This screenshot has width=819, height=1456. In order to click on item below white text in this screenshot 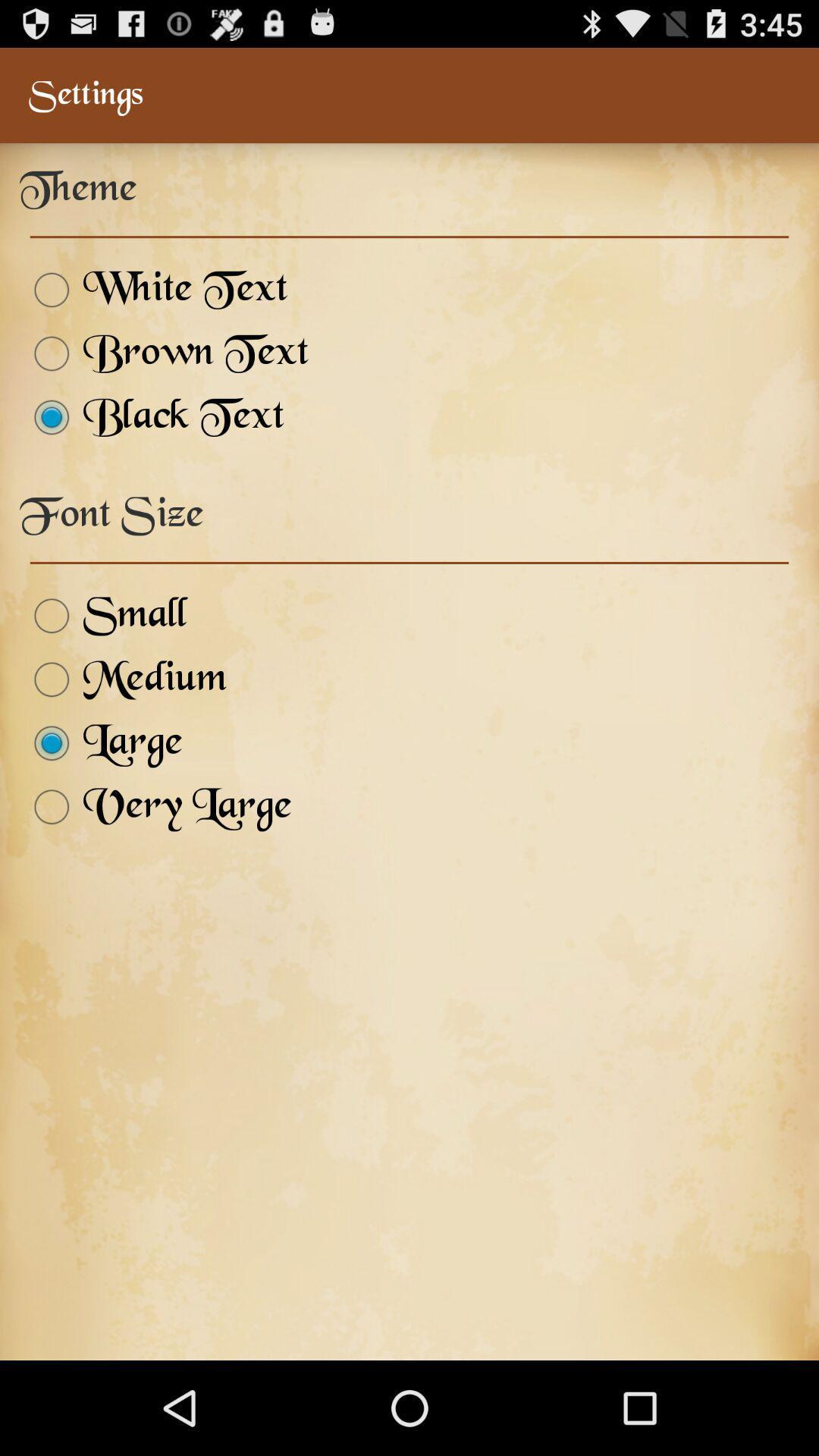, I will do `click(164, 353)`.